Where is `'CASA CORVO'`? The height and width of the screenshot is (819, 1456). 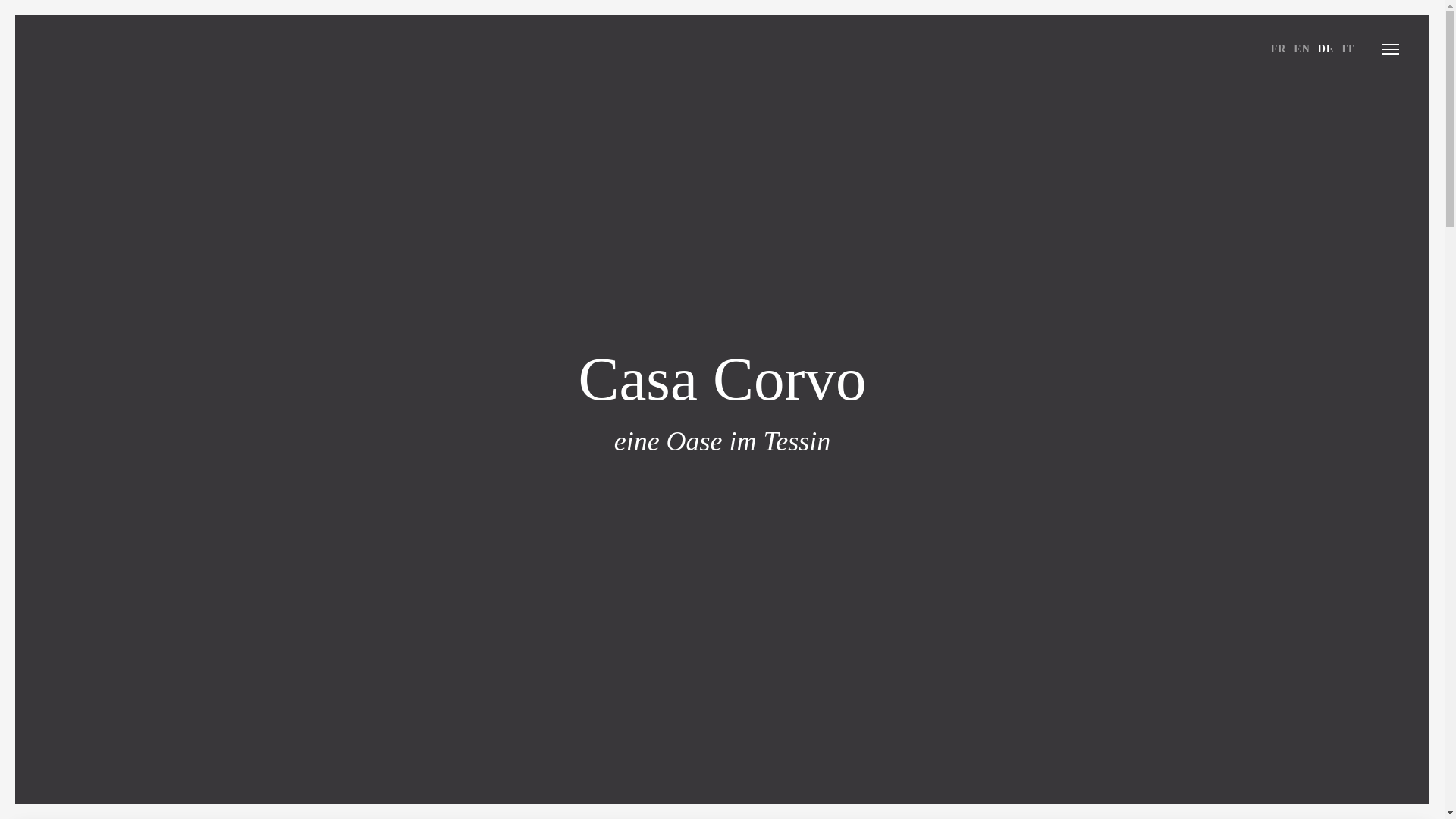
'CASA CORVO' is located at coordinates (67, 49).